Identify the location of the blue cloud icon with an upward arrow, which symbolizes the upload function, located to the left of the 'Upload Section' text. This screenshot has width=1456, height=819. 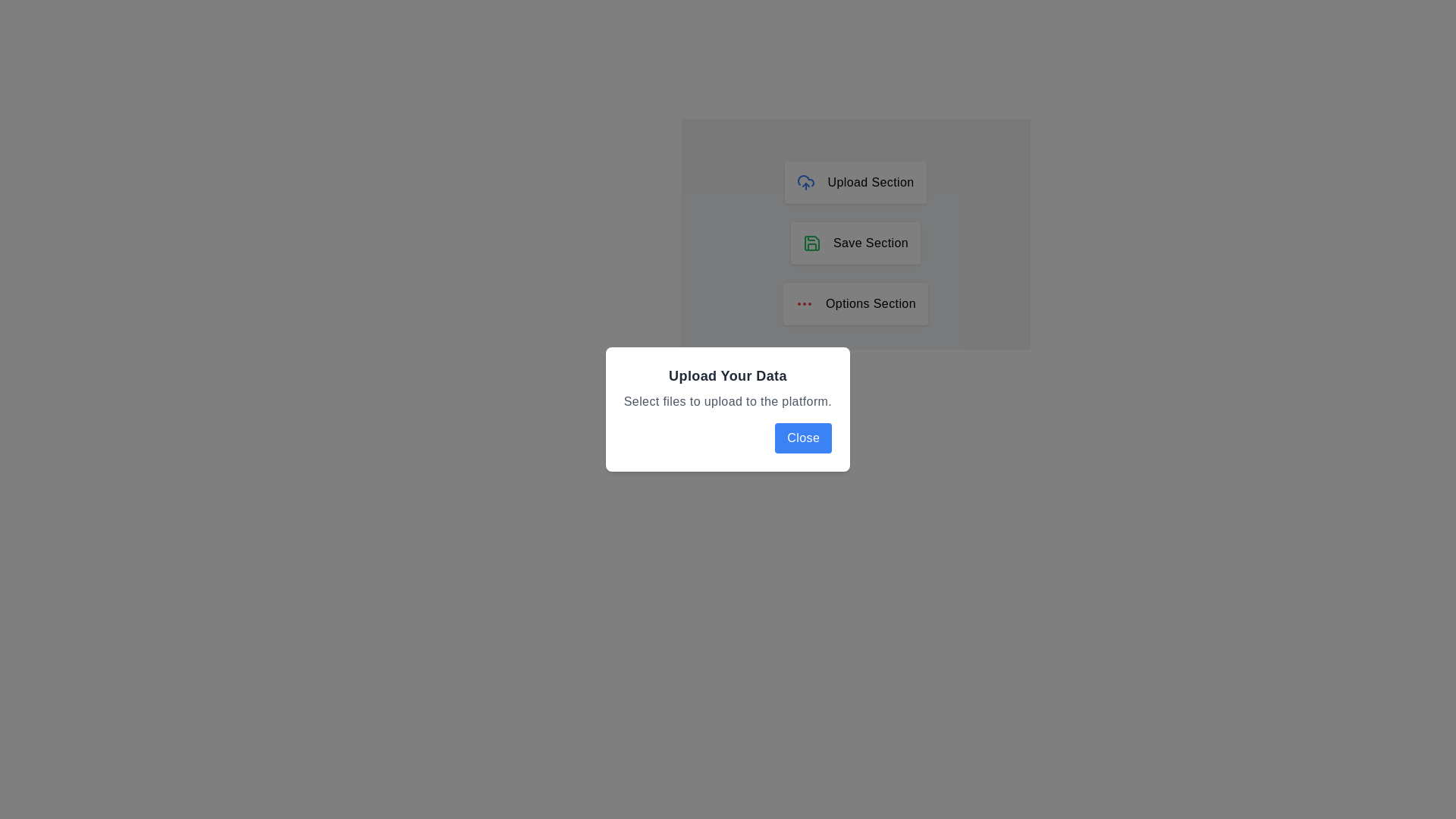
(805, 181).